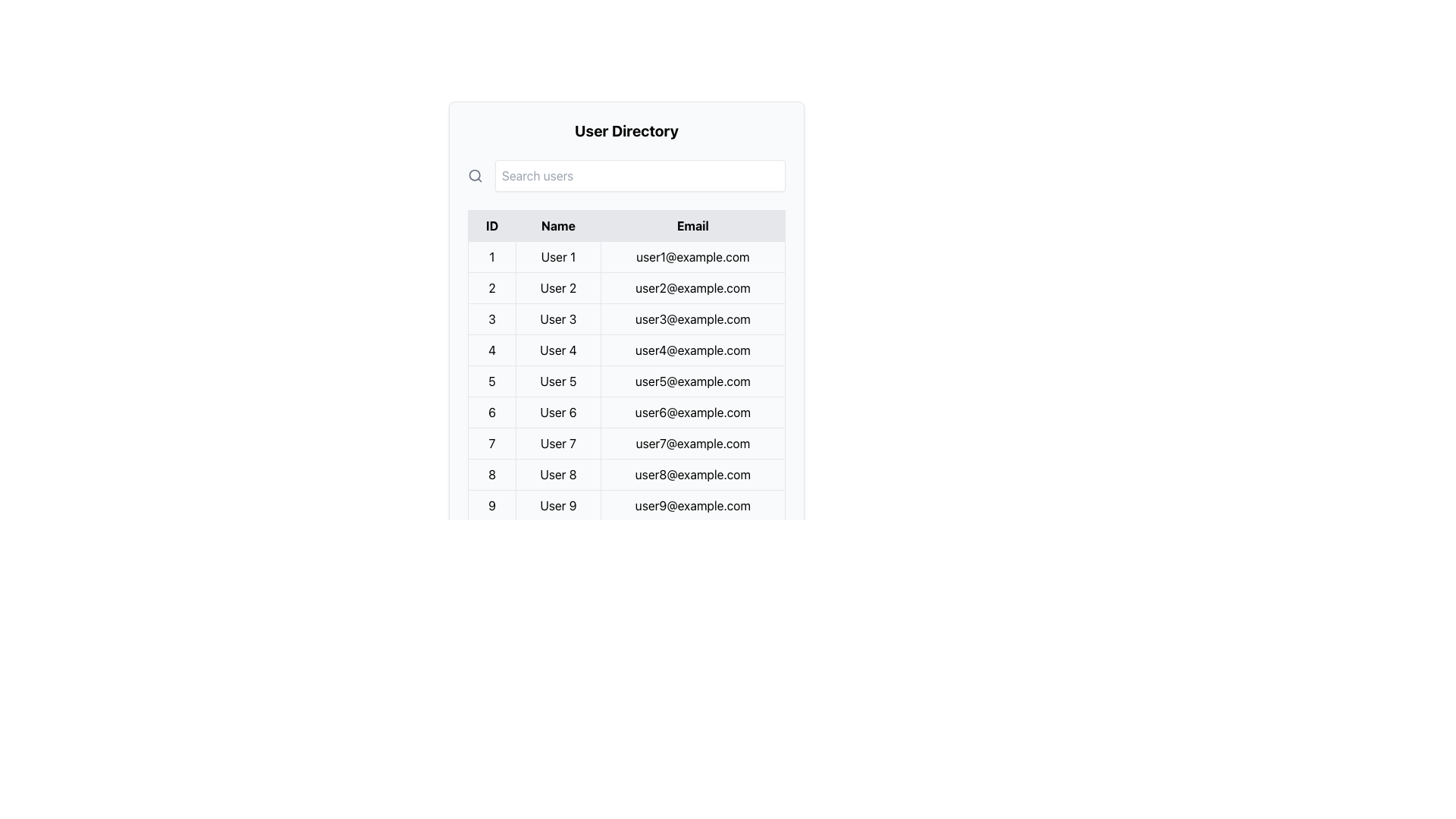  What do you see at coordinates (474, 174) in the screenshot?
I see `the circle element of the magnifying glass icon, which symbolizes a search action and is located above the data table, to the left of the input field` at bounding box center [474, 174].